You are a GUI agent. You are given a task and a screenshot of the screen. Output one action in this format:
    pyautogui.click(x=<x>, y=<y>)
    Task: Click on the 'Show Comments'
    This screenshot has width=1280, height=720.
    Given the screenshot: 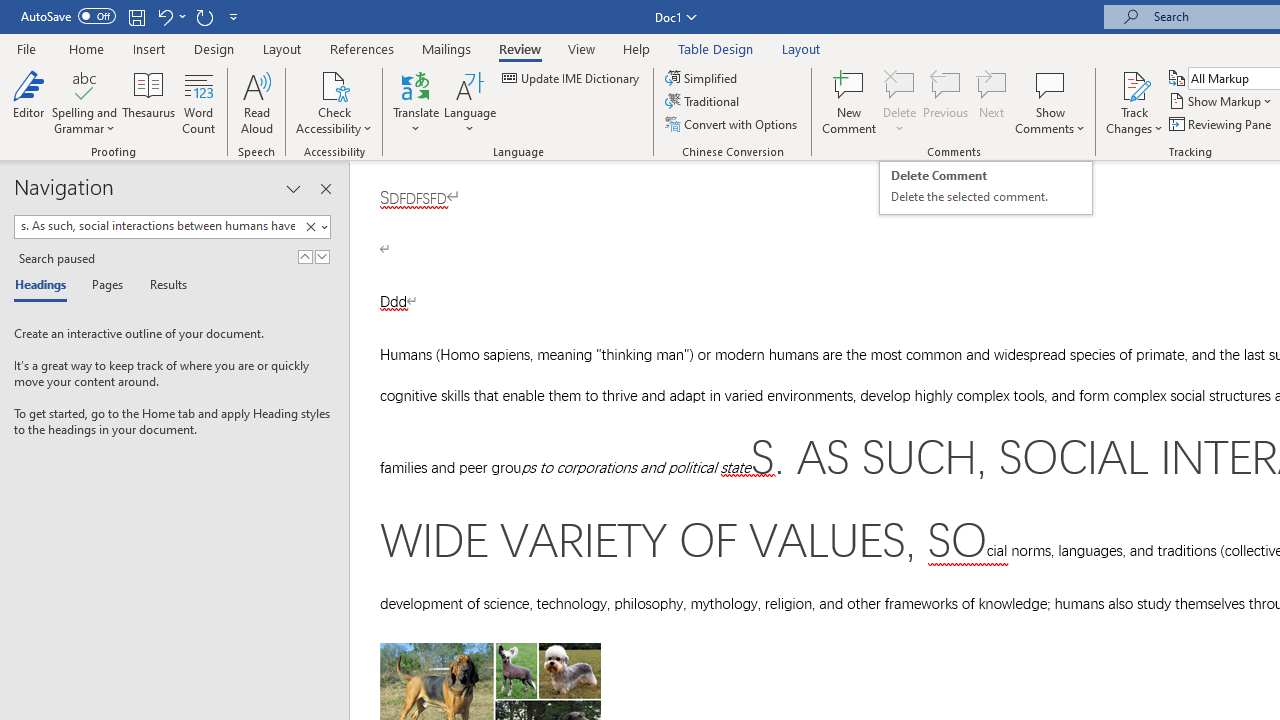 What is the action you would take?
    pyautogui.click(x=1049, y=103)
    